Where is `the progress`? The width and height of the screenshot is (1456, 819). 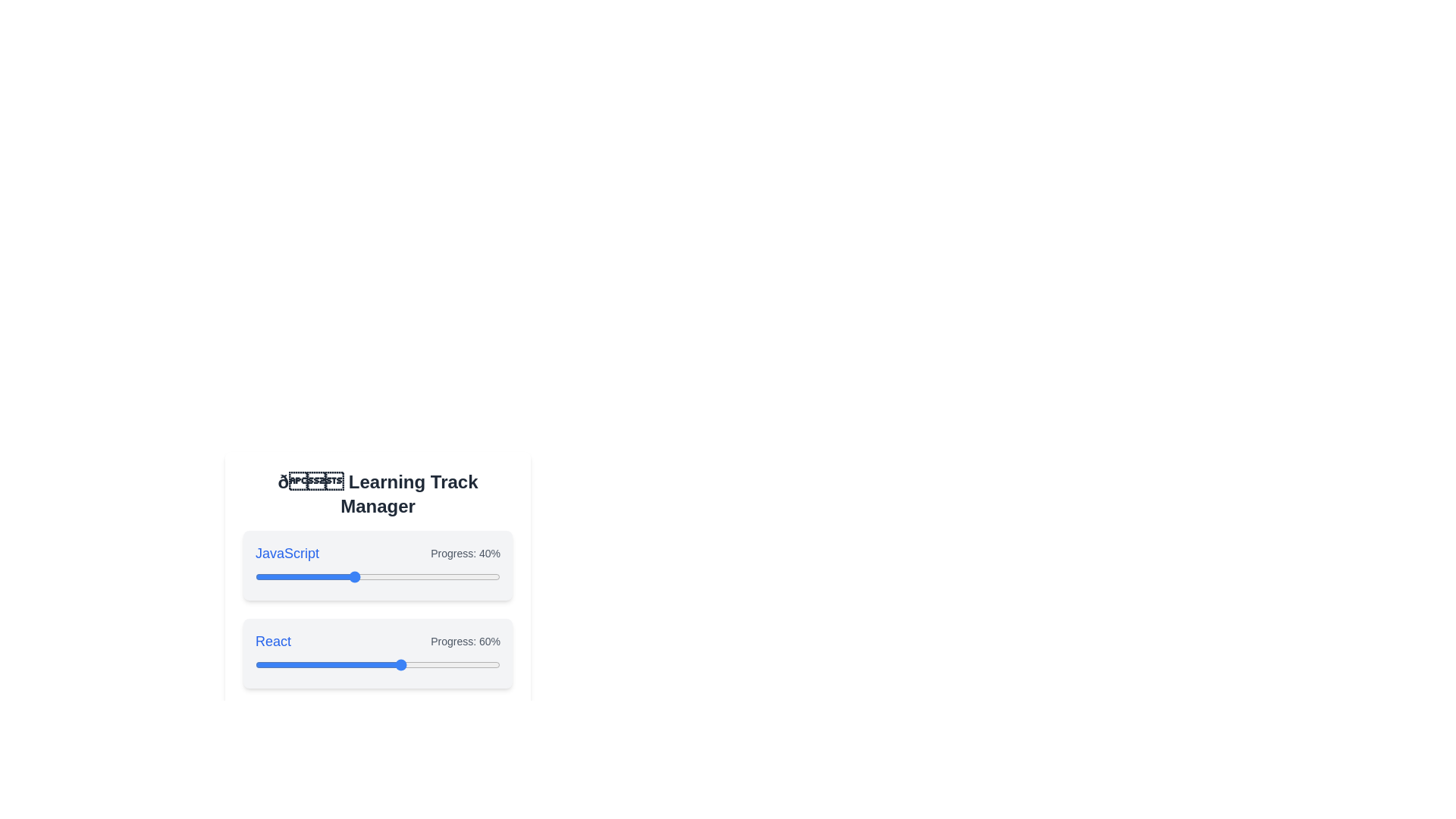 the progress is located at coordinates (294, 664).